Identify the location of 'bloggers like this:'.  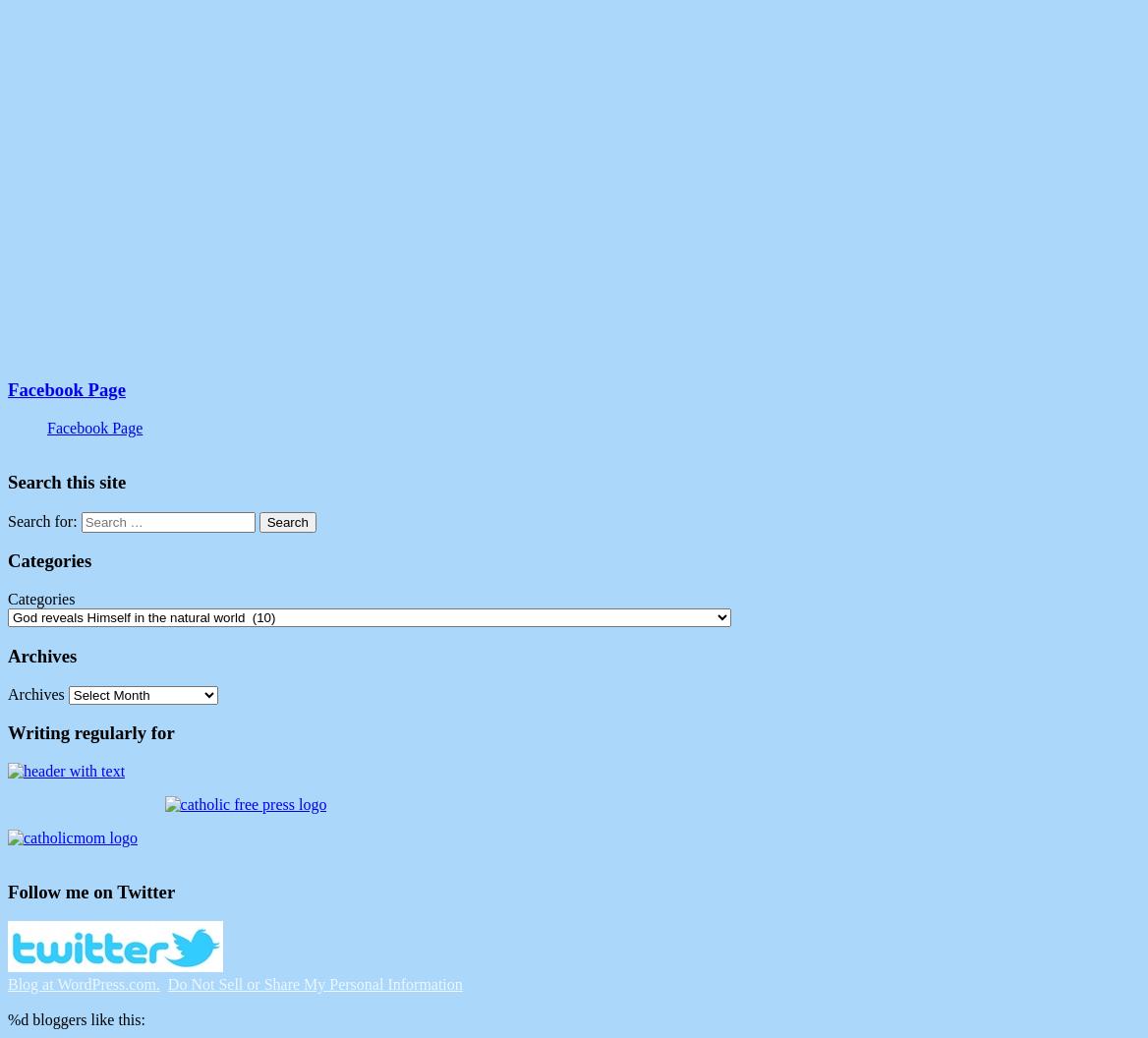
(85, 1018).